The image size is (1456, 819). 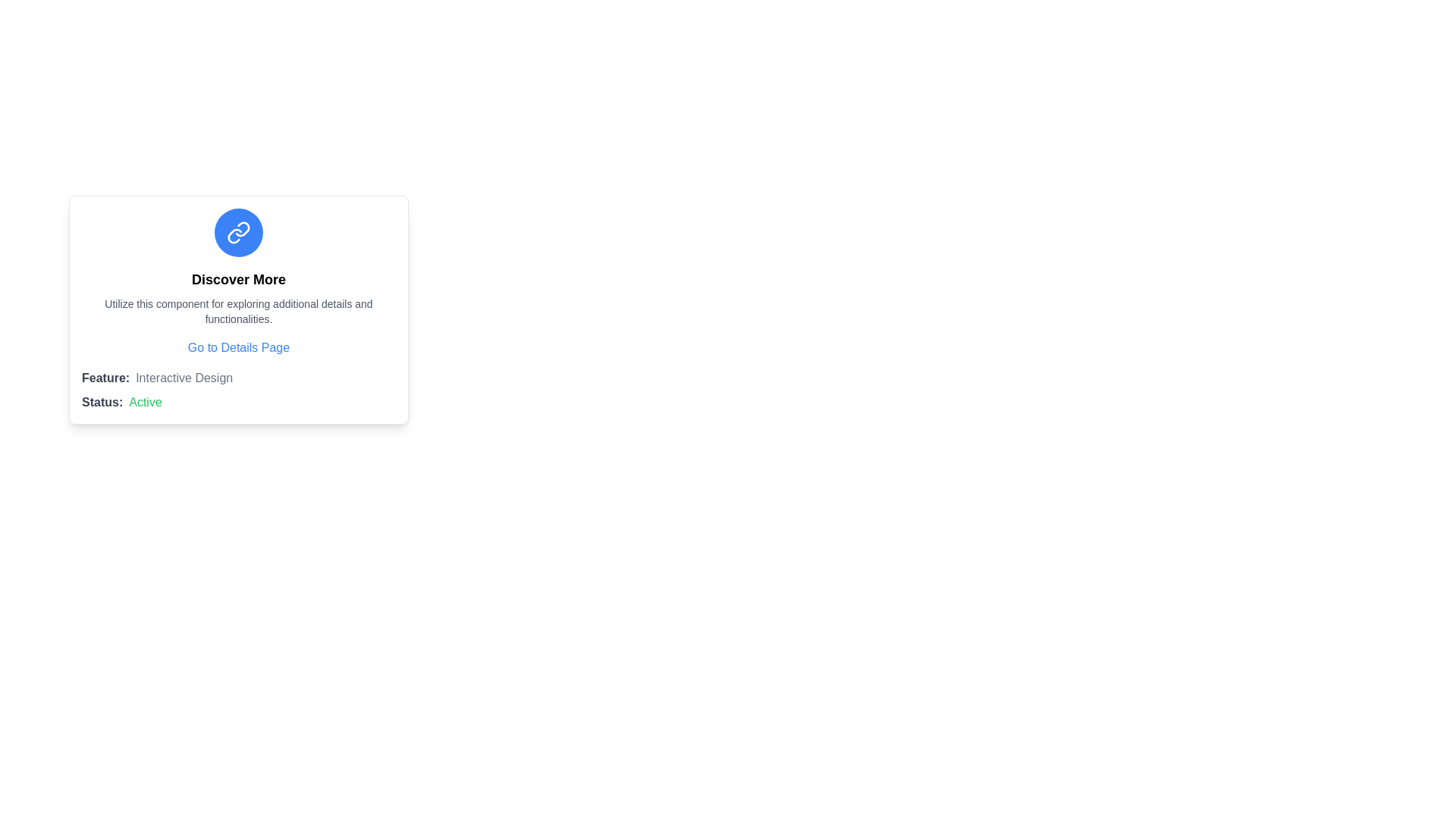 What do you see at coordinates (238, 311) in the screenshot?
I see `centered text that conveys the message: 'Utilize this component for exploring additional details and functionalities.' This text is located beneath the bold 'Discover More' text` at bounding box center [238, 311].